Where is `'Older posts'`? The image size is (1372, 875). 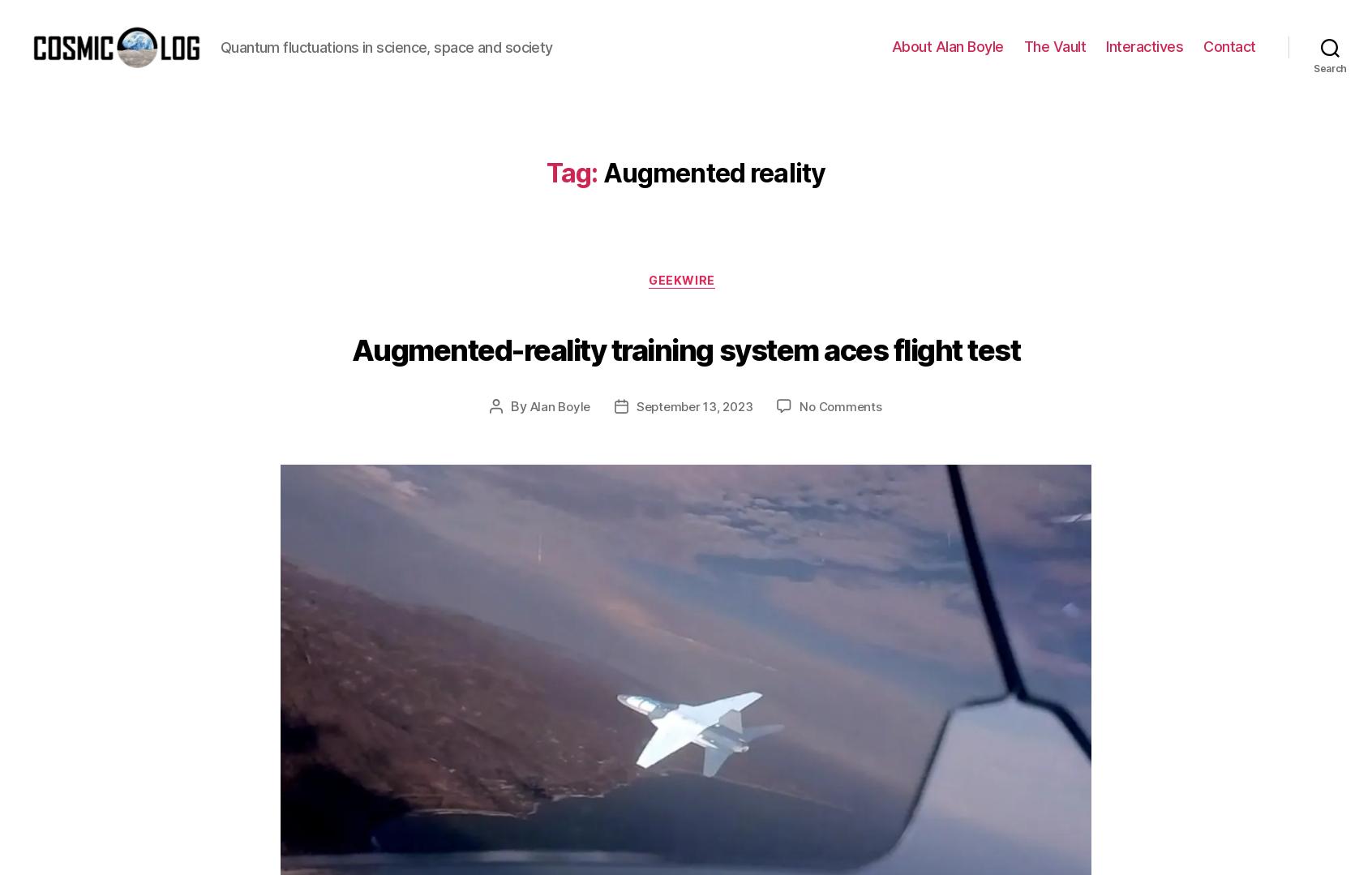 'Older posts' is located at coordinates (685, 632).